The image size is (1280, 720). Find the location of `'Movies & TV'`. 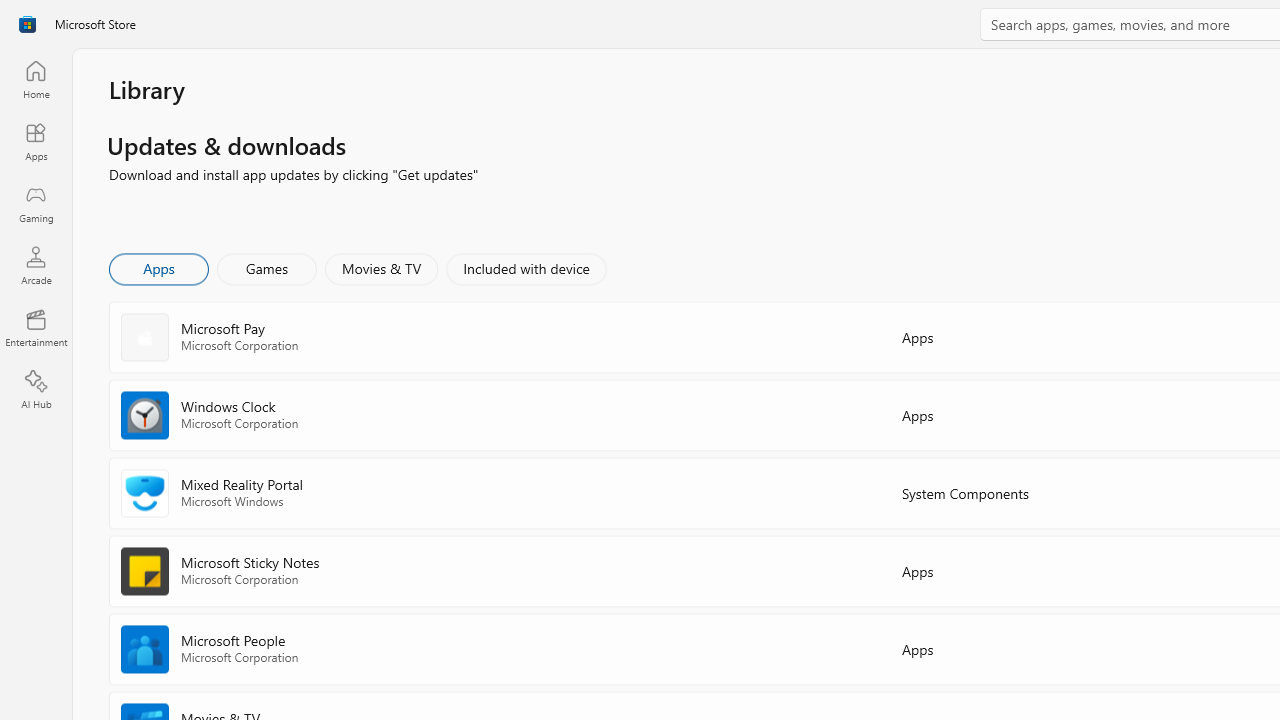

'Movies & TV' is located at coordinates (381, 267).